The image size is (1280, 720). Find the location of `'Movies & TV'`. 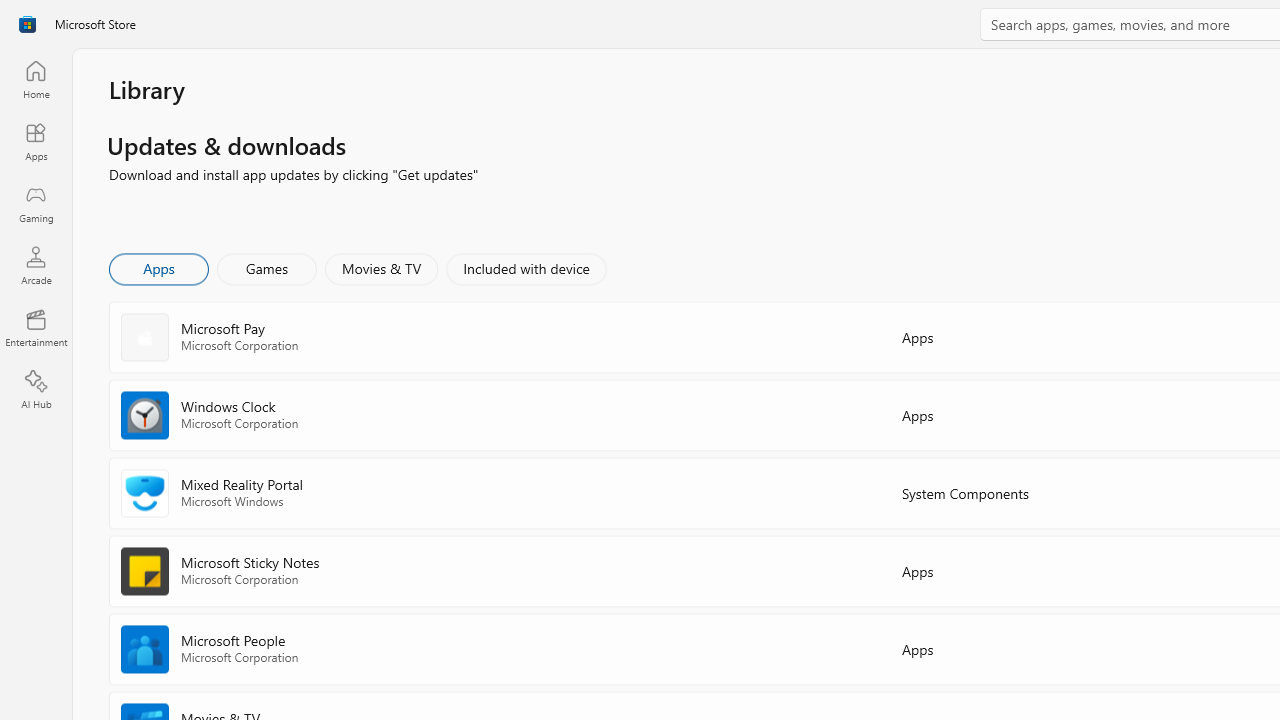

'Movies & TV' is located at coordinates (381, 267).